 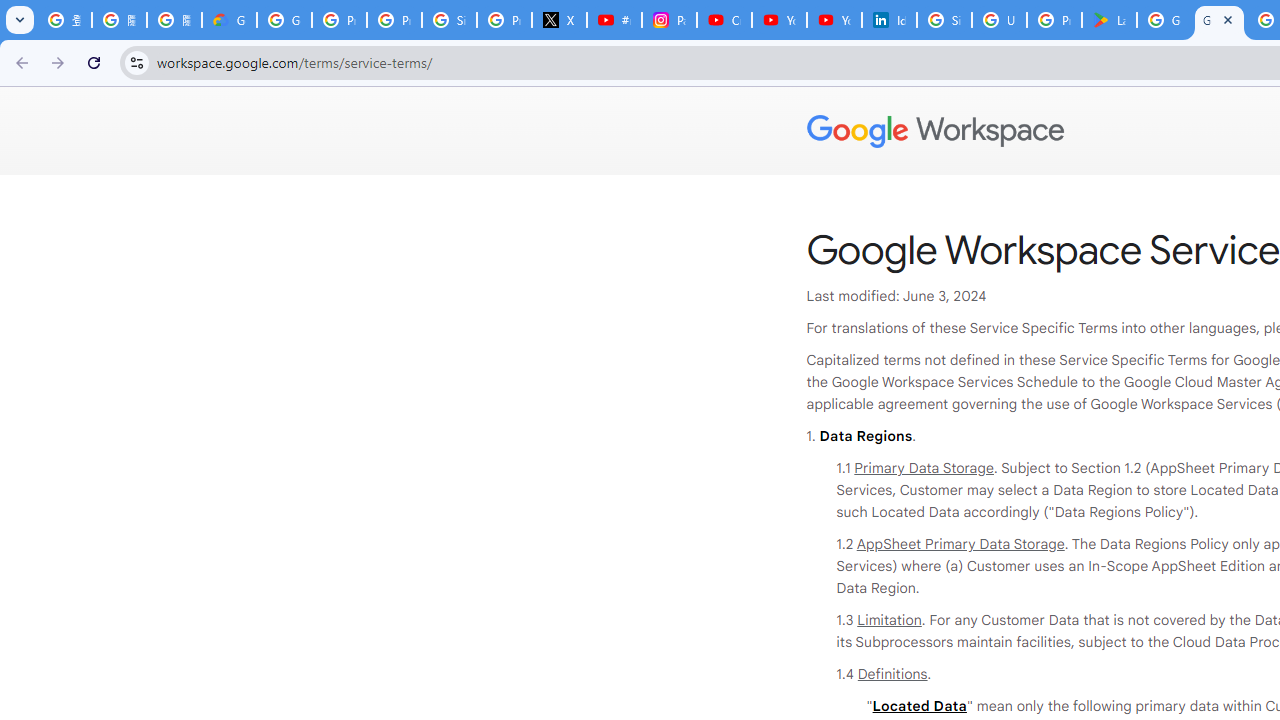 I want to click on 'Privacy Help Center - Policies Help', so click(x=394, y=20).